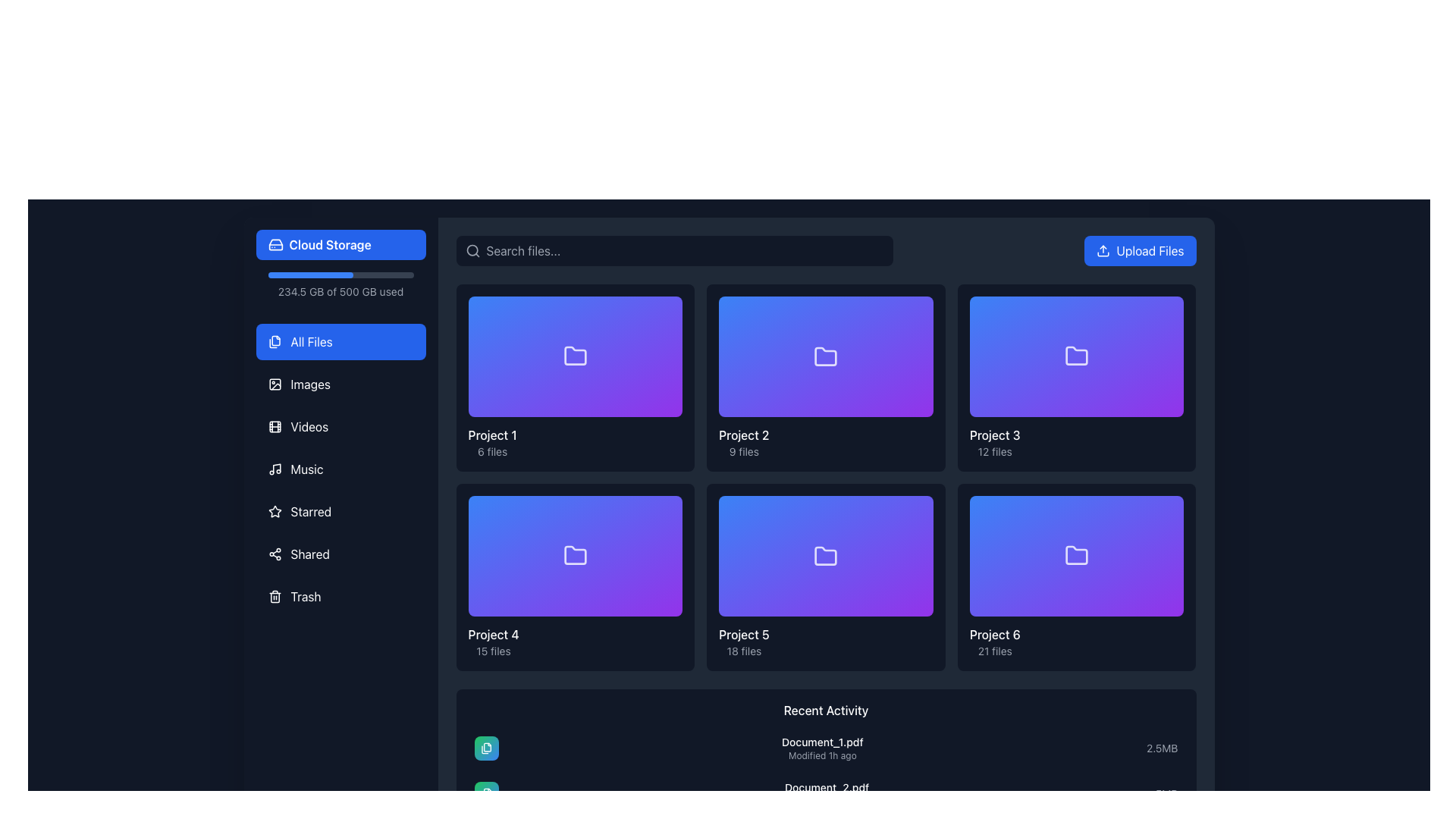  Describe the element at coordinates (494, 635) in the screenshot. I see `the 'Project 4' text label to focus attention on it` at that location.